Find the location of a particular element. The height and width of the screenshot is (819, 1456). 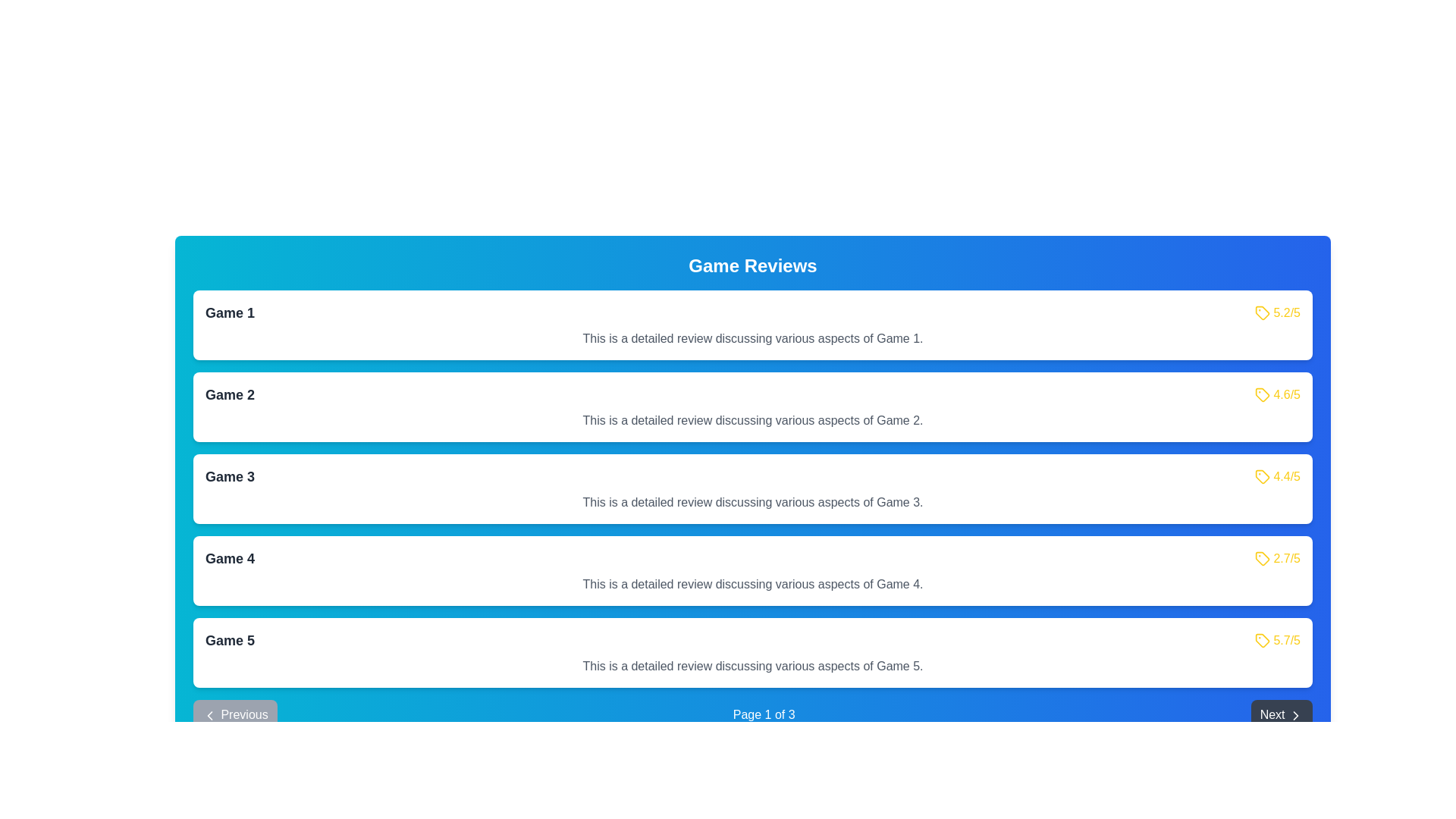

the decorative icon that accompanies the numeric rating '2.7/5' located at the far-right of the fourth review item in the vertical list of reviews is located at coordinates (1263, 558).